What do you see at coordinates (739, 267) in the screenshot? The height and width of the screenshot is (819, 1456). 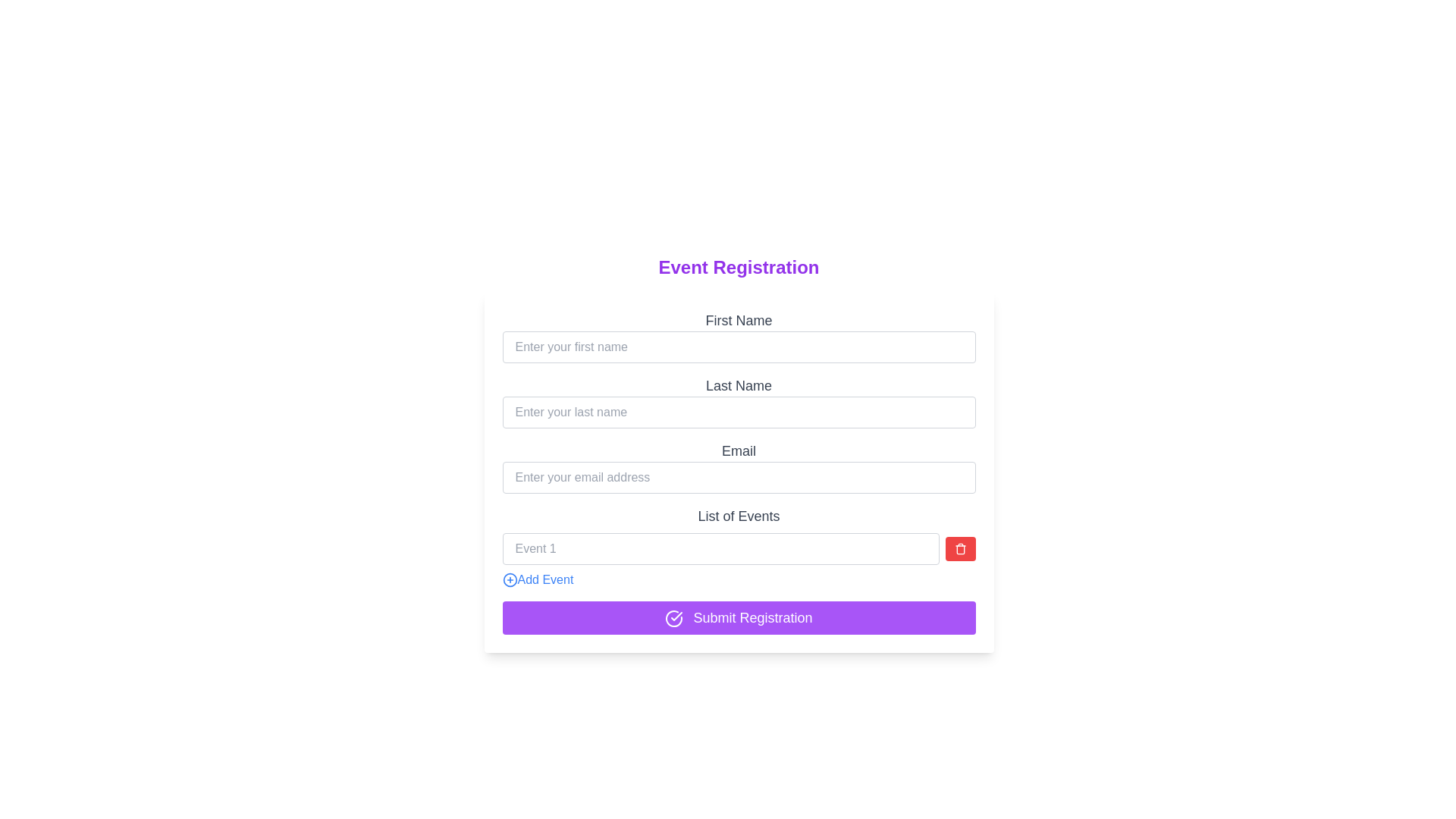 I see `text from the Title Header, which serves as the descriptive title for the registration form located at the top of the section` at bounding box center [739, 267].